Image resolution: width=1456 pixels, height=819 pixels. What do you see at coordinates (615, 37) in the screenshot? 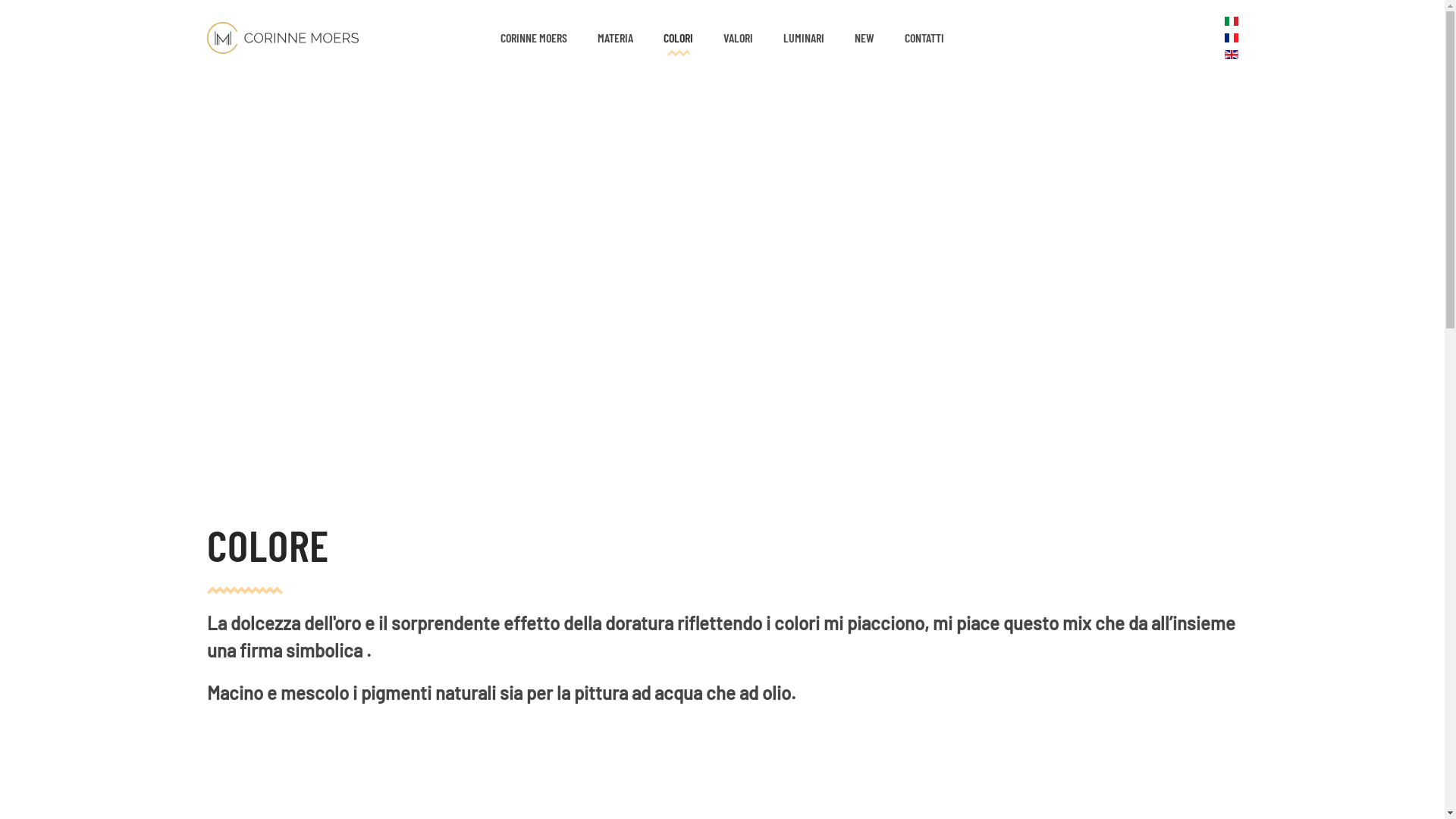
I see `'MATERIA'` at bounding box center [615, 37].